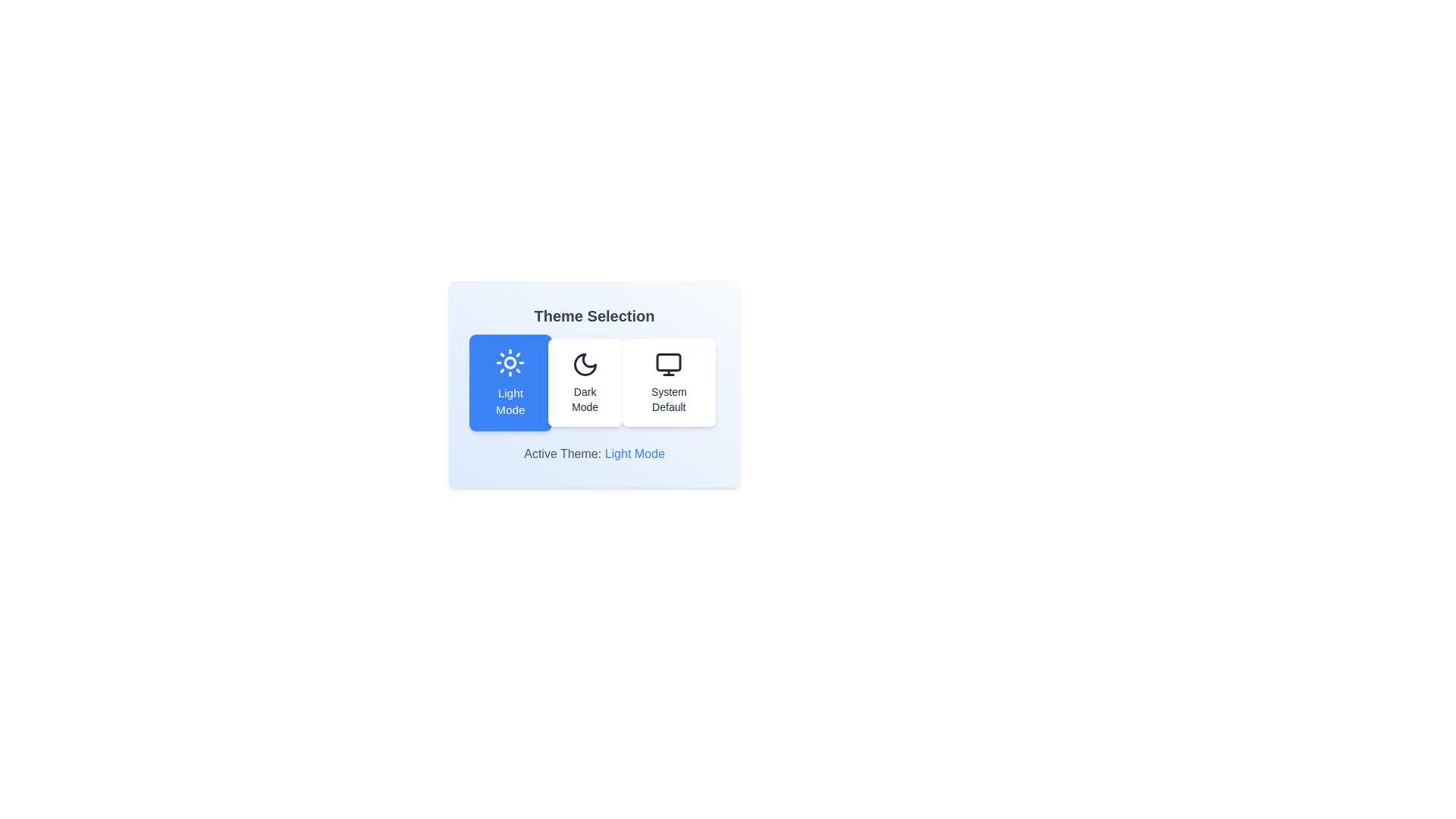  Describe the element at coordinates (668, 382) in the screenshot. I see `the System Default button to see its hover effect` at that location.